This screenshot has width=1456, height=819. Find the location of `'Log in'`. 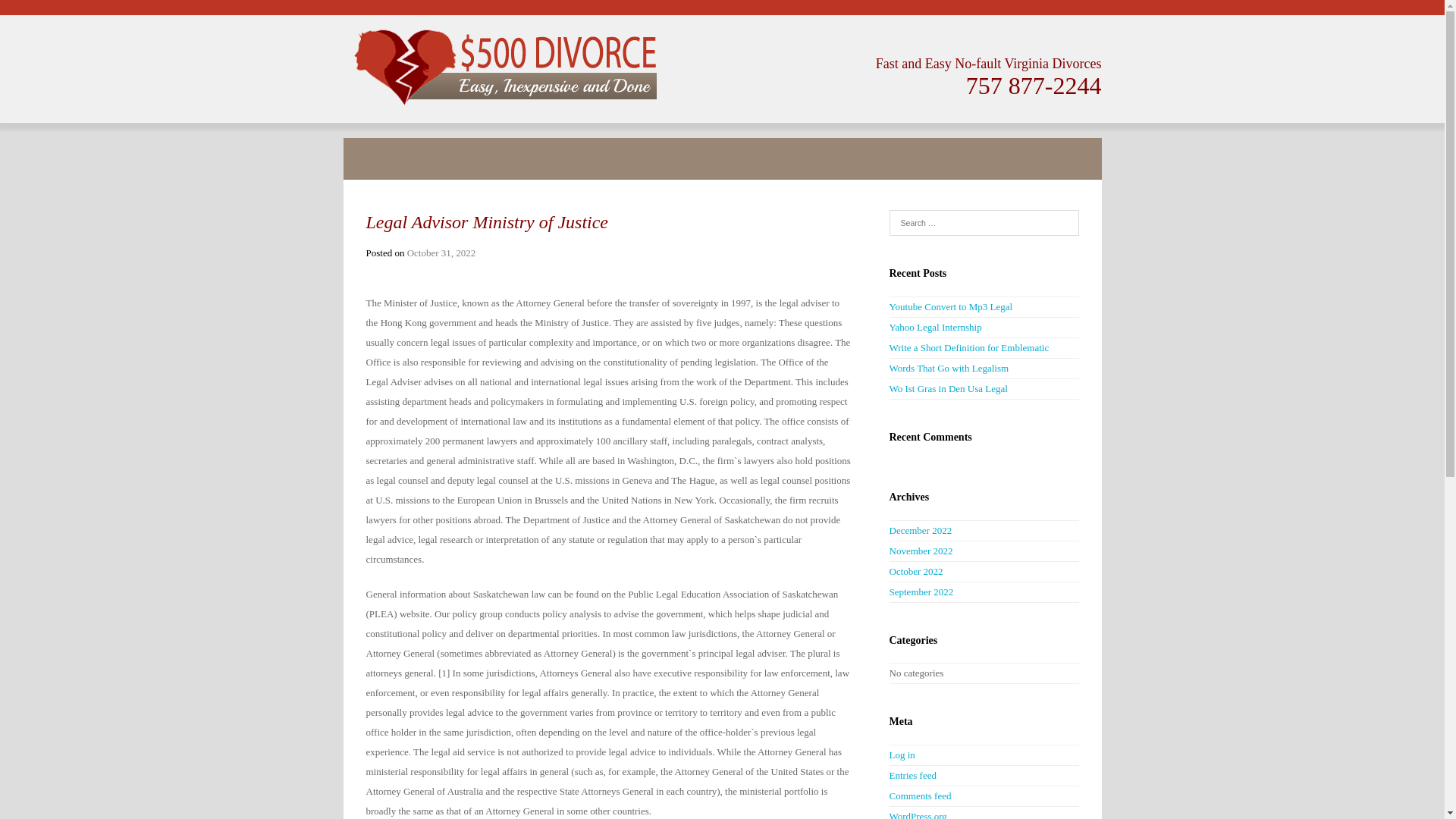

'Log in' is located at coordinates (902, 755).